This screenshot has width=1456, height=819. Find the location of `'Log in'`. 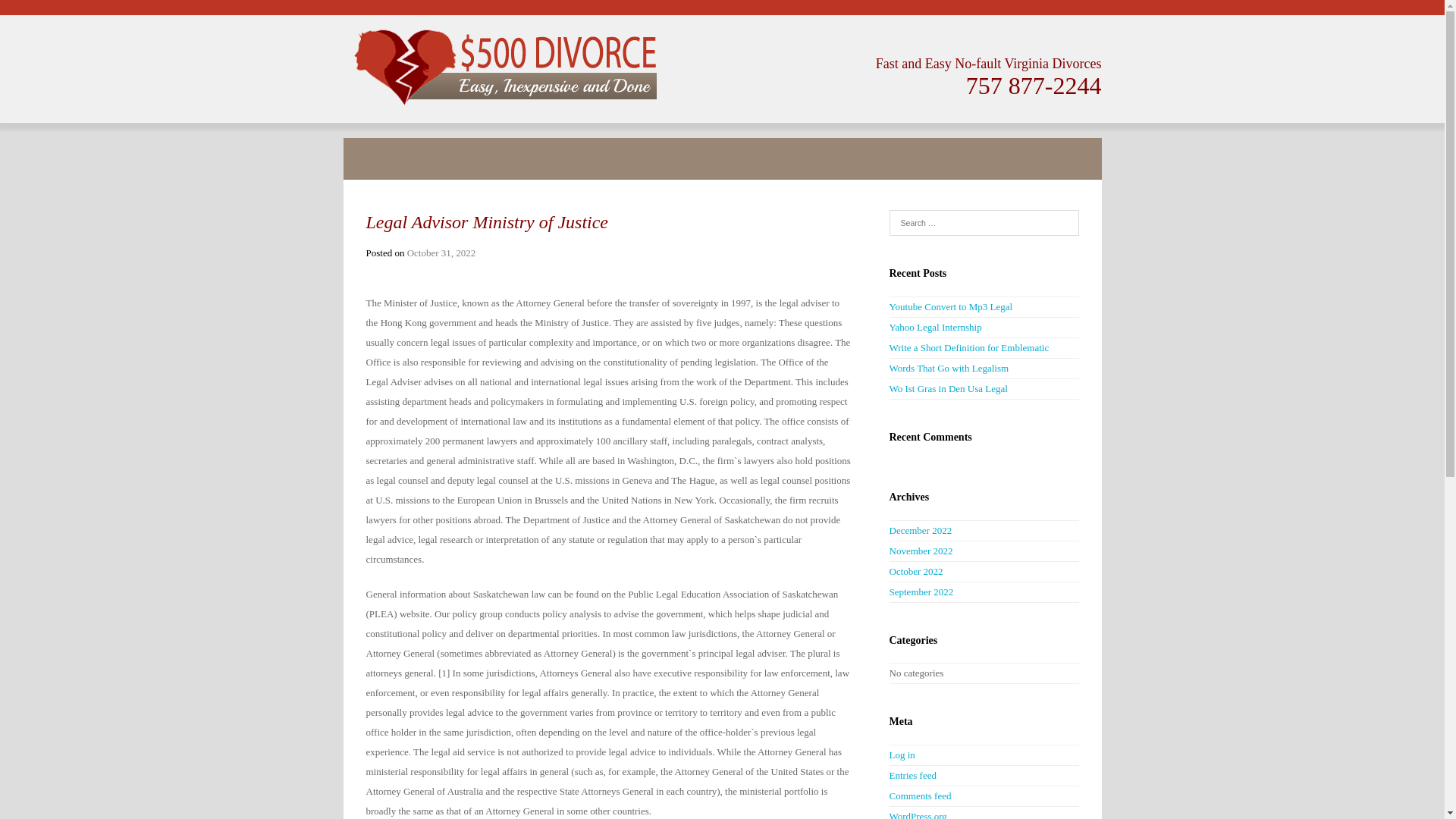

'Log in' is located at coordinates (902, 755).